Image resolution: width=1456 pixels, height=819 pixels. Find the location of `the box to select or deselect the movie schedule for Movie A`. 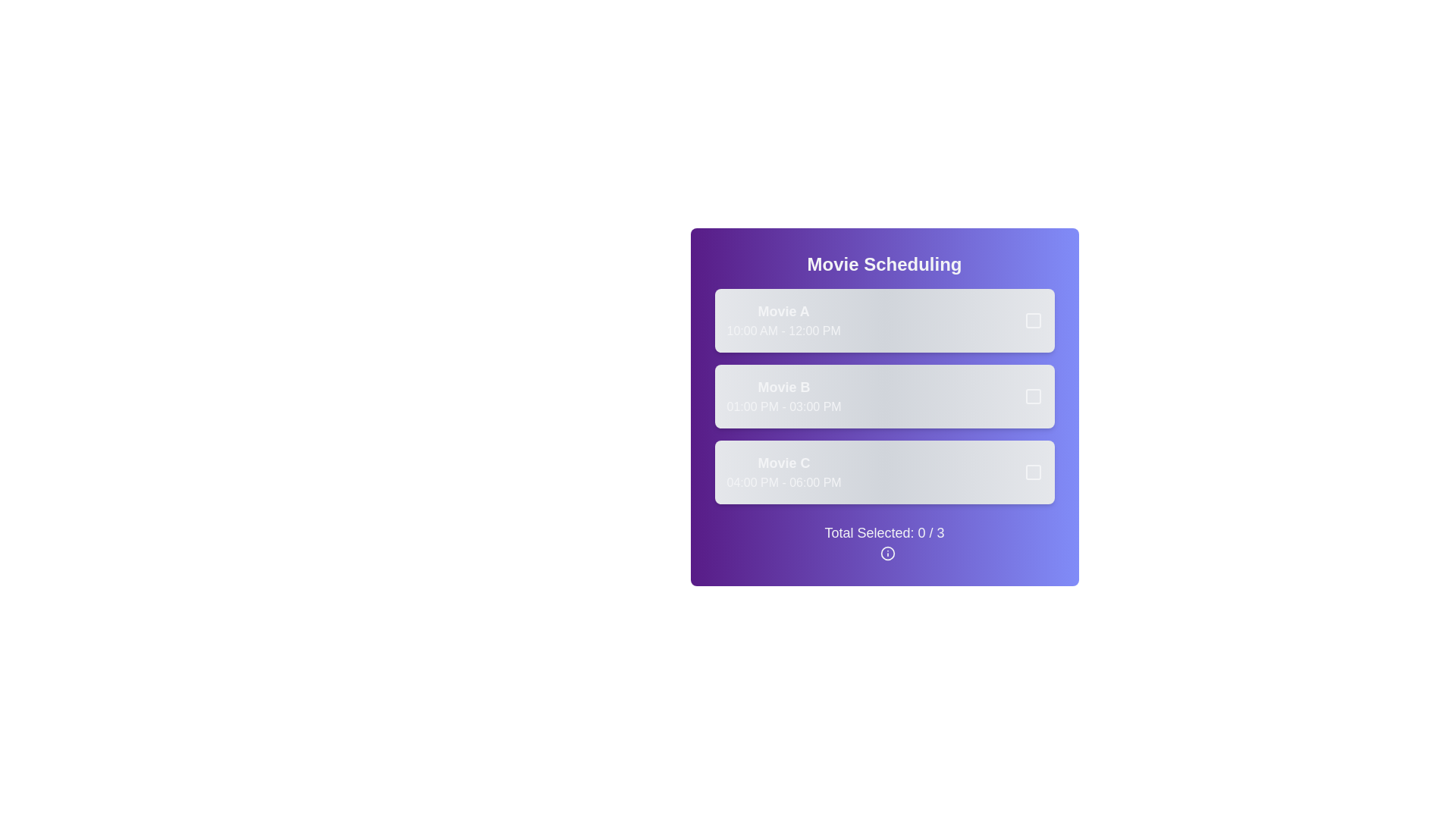

the box to select or deselect the movie schedule for Movie A is located at coordinates (1024, 320).